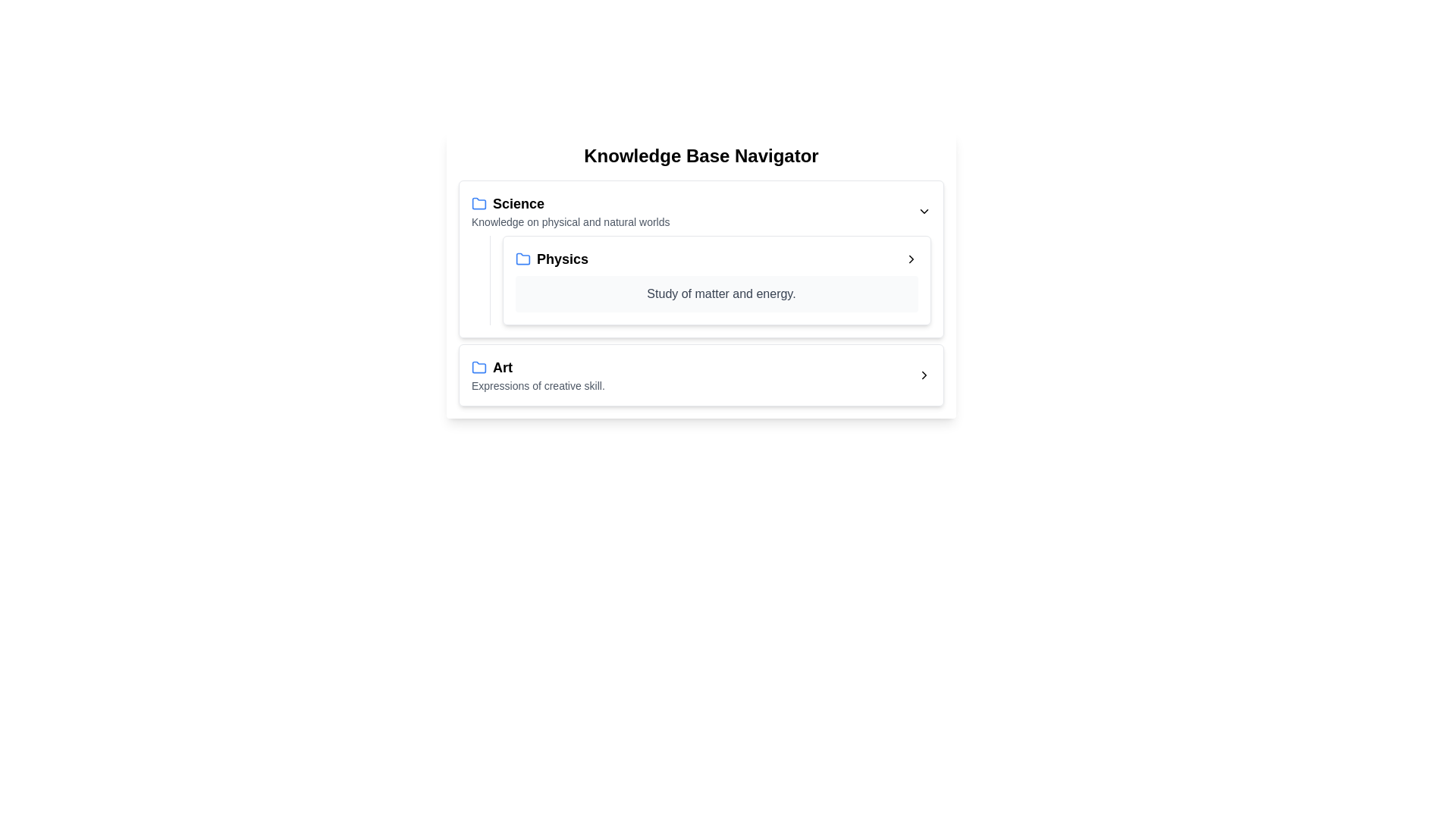  I want to click on the 'Physics' topic card within the 'Knowledge Base Navigator', so click(701, 275).